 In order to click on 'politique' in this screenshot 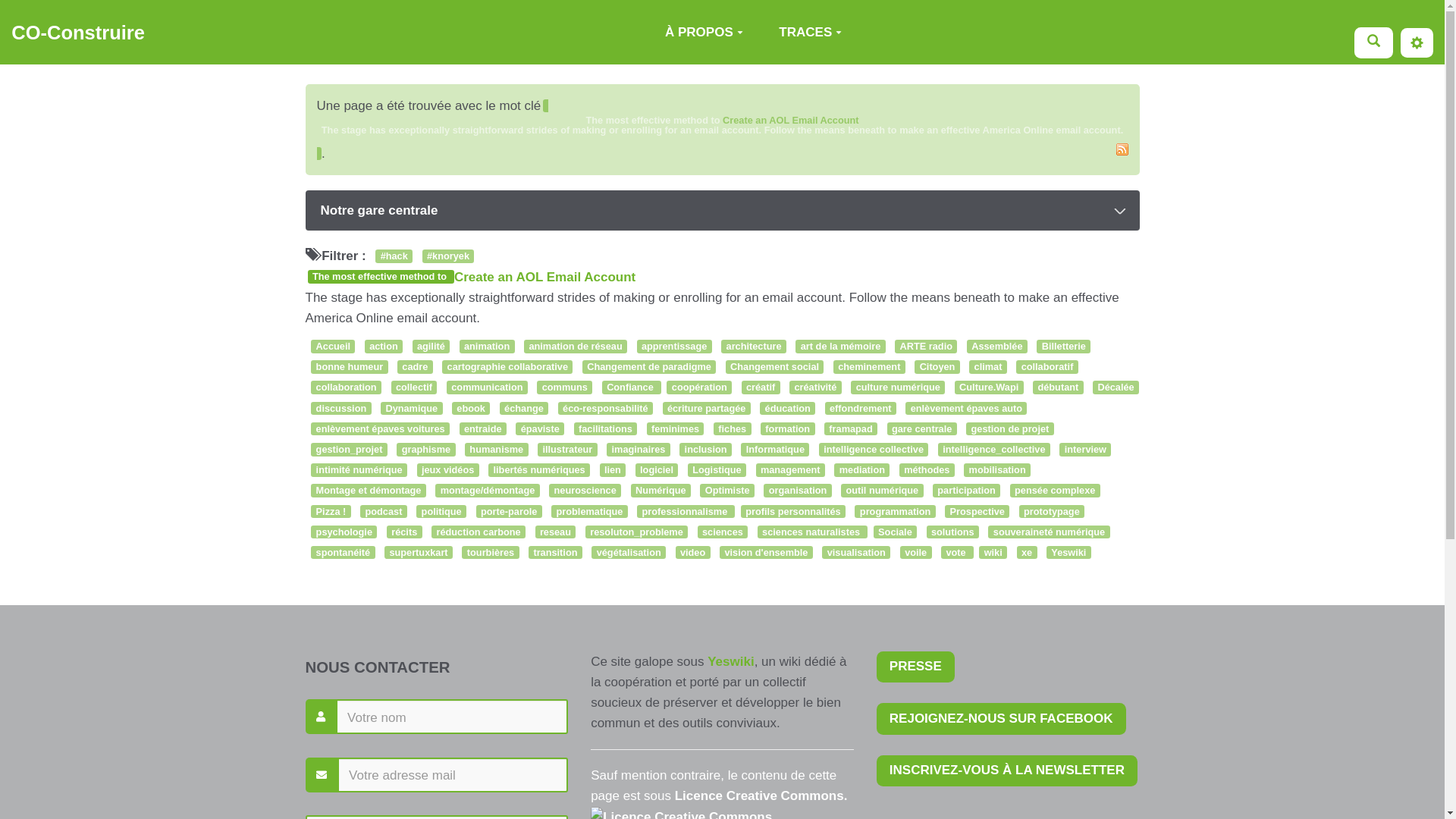, I will do `click(440, 512)`.